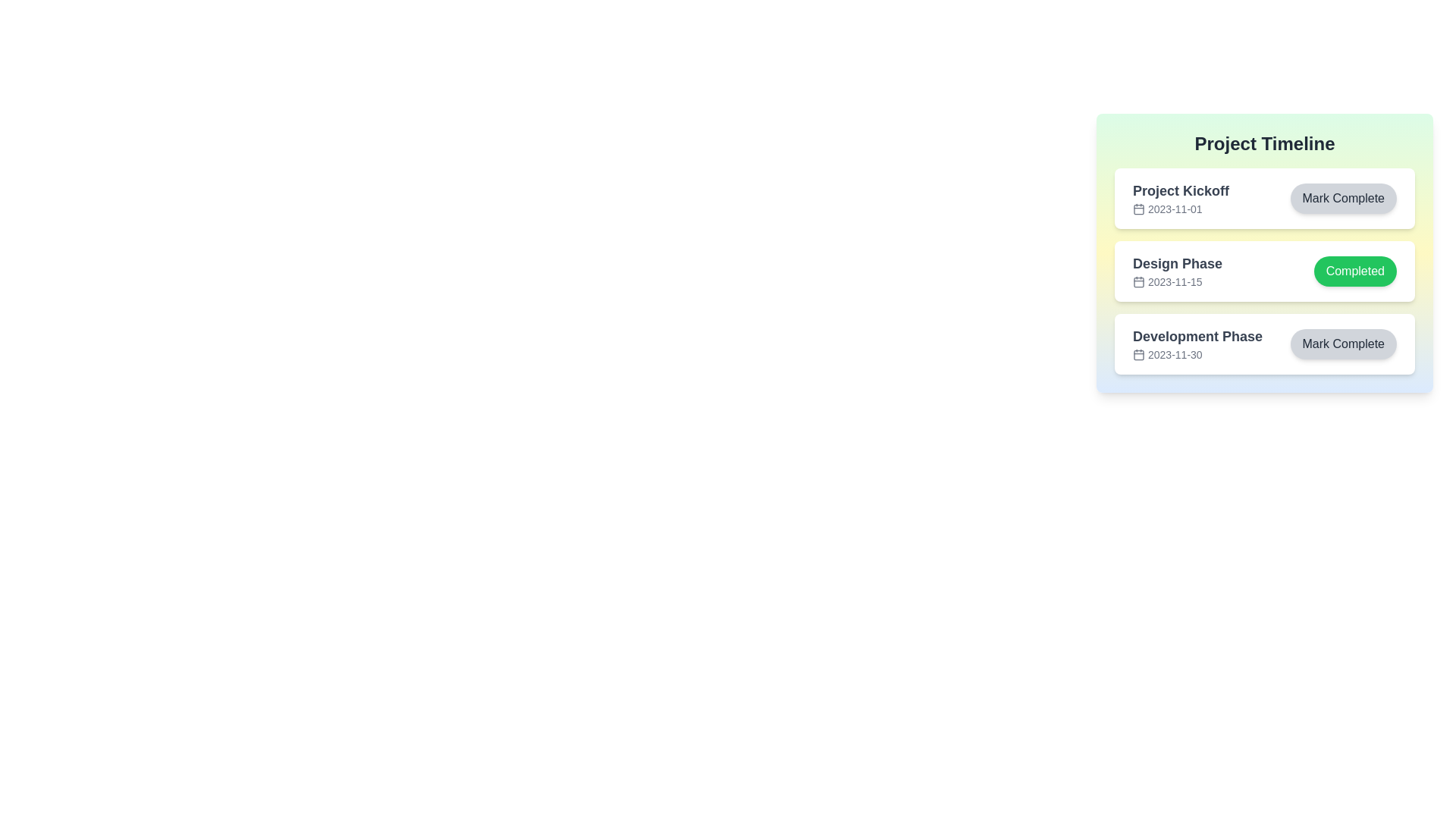 The height and width of the screenshot is (819, 1456). Describe the element at coordinates (1343, 344) in the screenshot. I see `the button corresponding to the timeline item labeled 'Development Phase'` at that location.